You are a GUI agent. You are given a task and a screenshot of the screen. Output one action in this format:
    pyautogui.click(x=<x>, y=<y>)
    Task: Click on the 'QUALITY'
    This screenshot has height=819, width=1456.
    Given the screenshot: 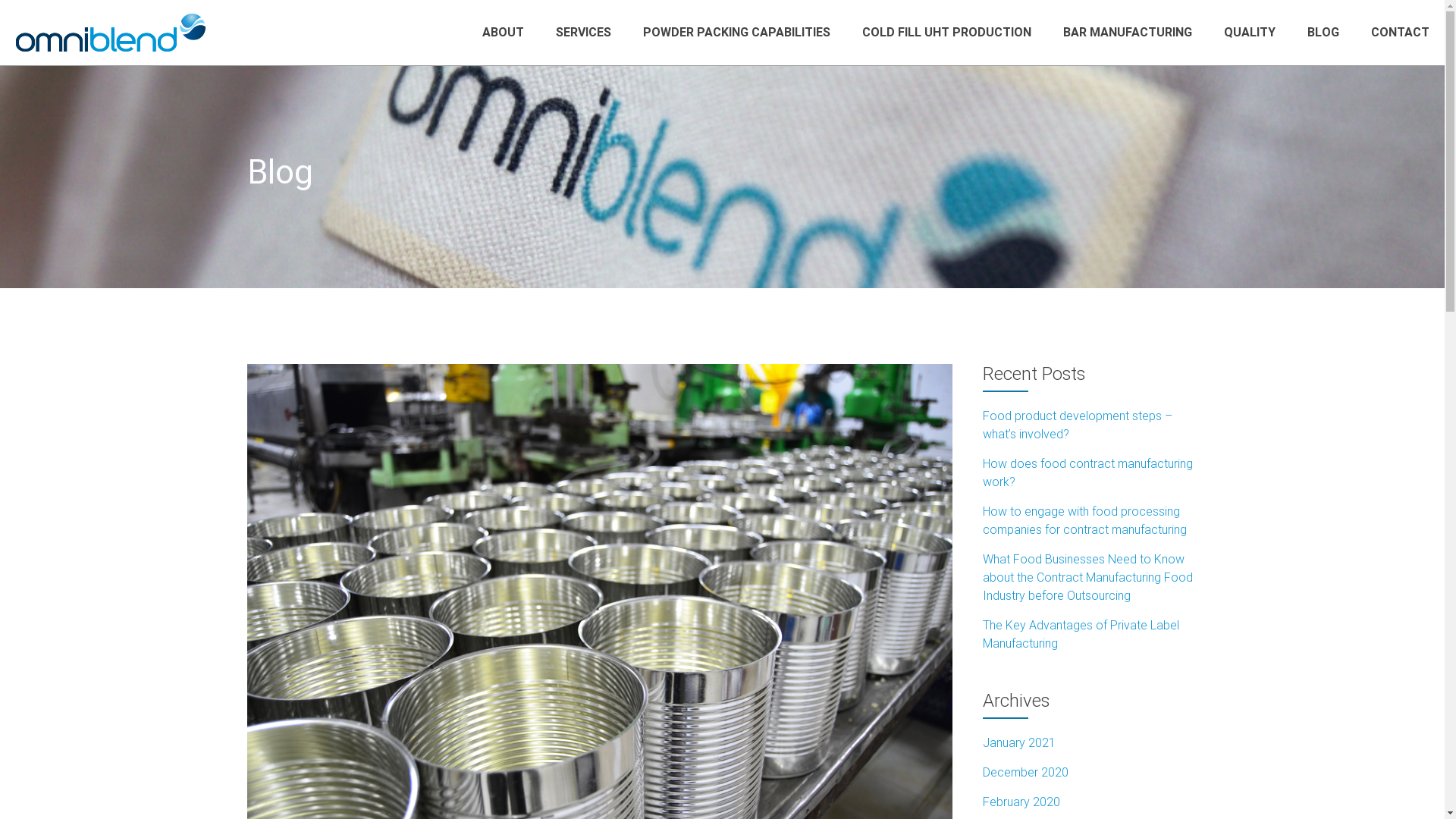 What is the action you would take?
    pyautogui.click(x=1249, y=32)
    